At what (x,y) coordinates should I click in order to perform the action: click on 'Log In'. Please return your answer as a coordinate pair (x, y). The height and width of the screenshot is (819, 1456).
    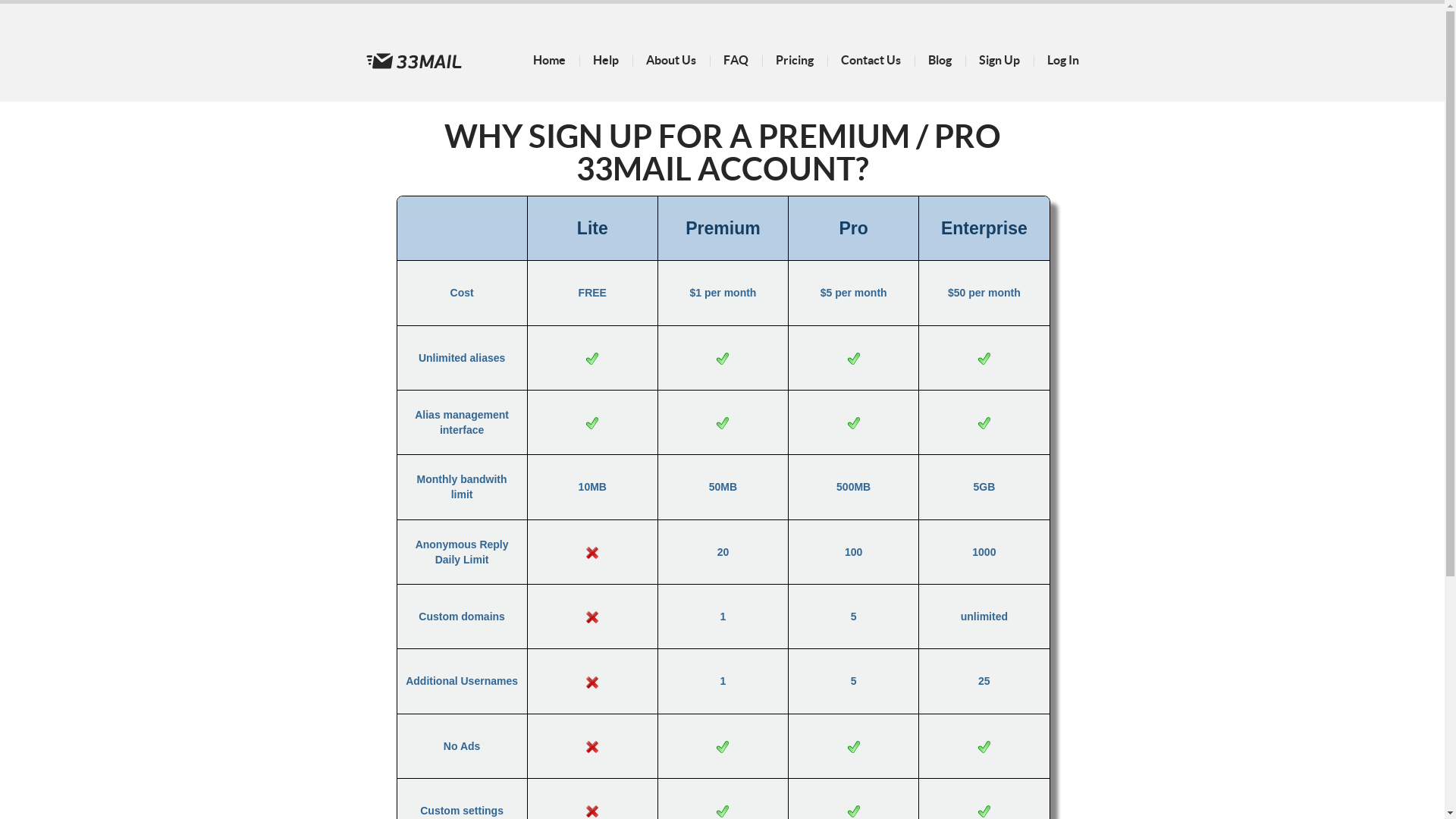
    Looking at the image, I should click on (1062, 58).